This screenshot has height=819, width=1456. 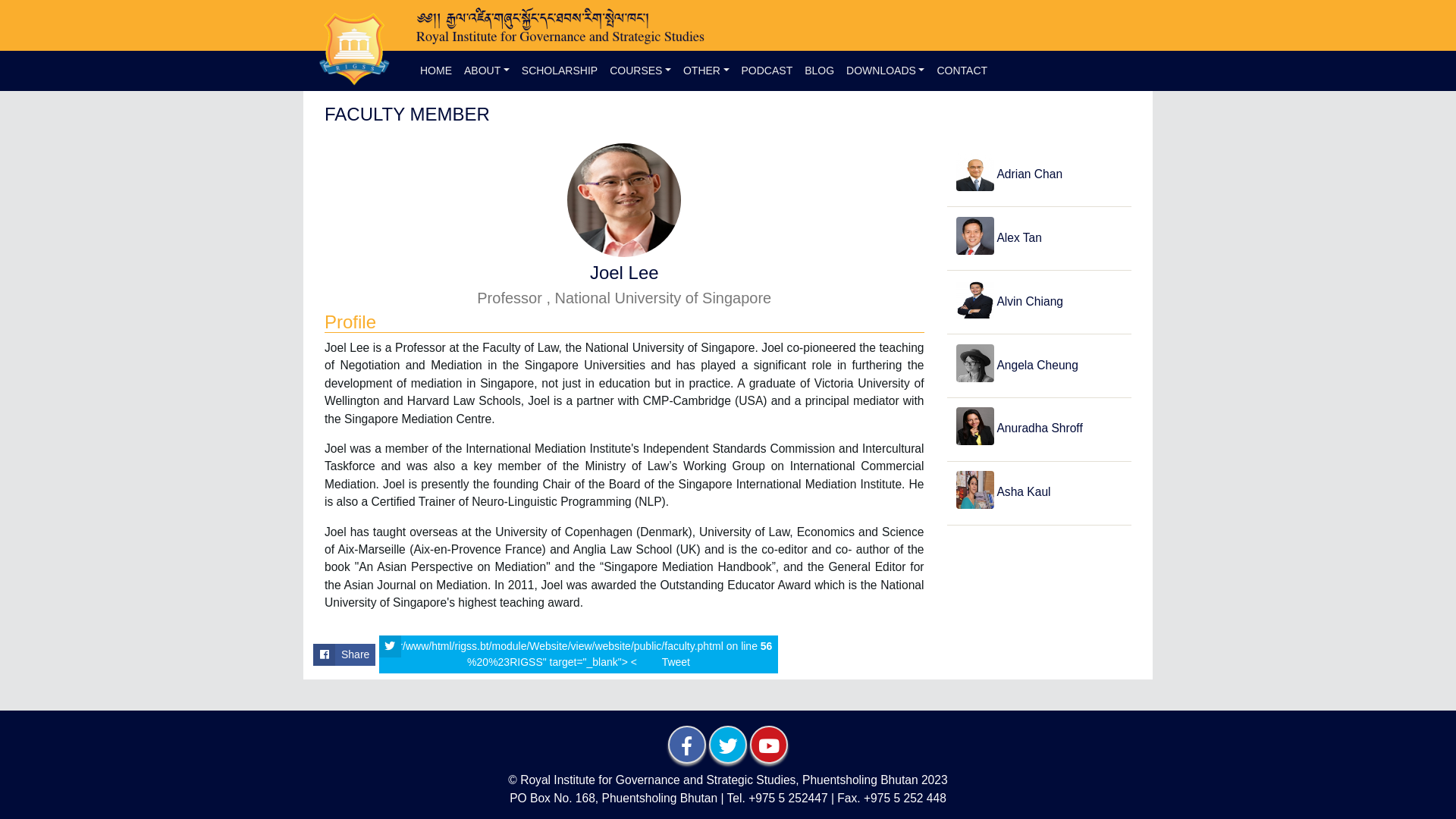 What do you see at coordinates (435, 71) in the screenshot?
I see `'HOME'` at bounding box center [435, 71].